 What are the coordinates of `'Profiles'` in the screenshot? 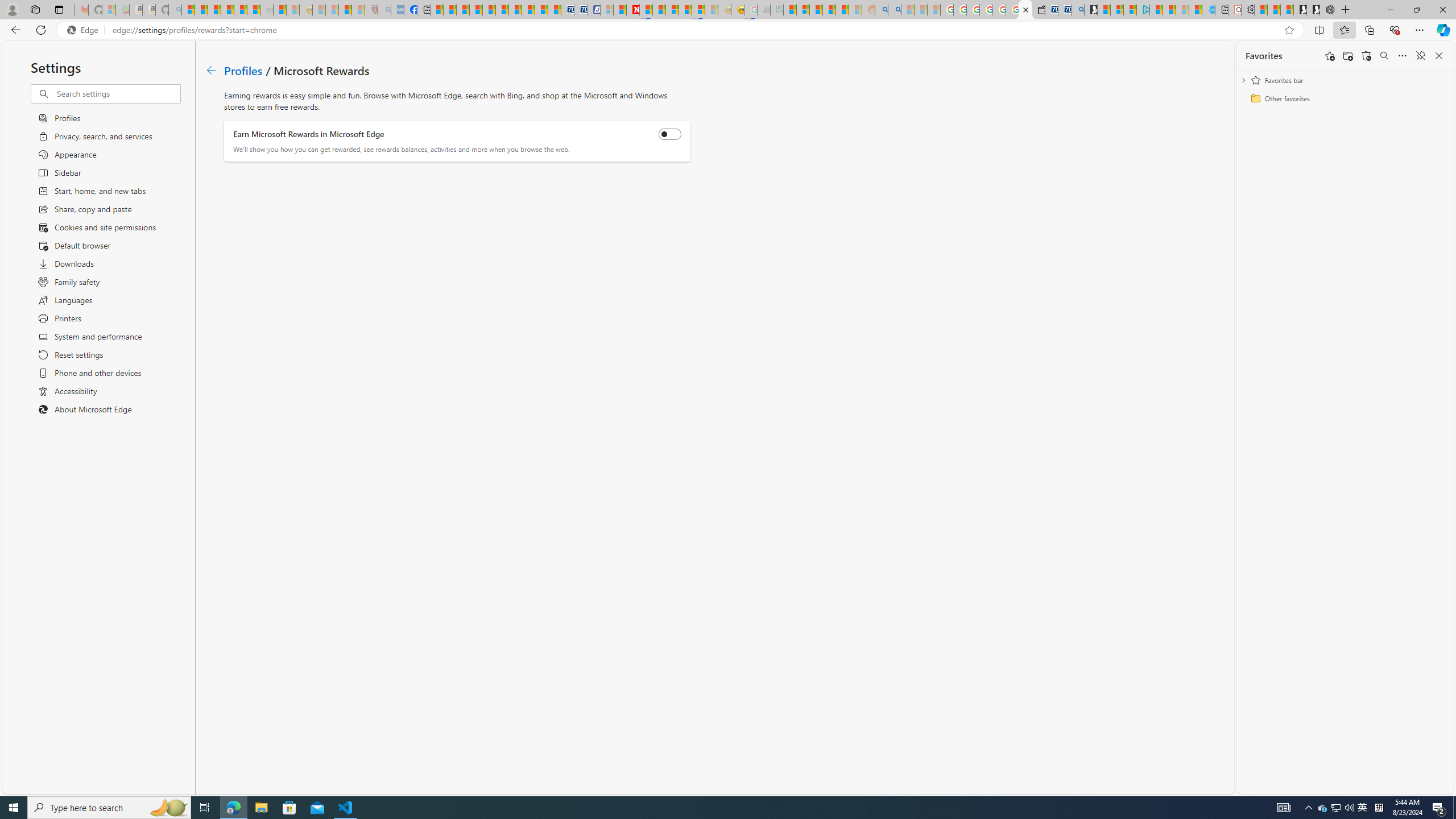 It's located at (243, 69).